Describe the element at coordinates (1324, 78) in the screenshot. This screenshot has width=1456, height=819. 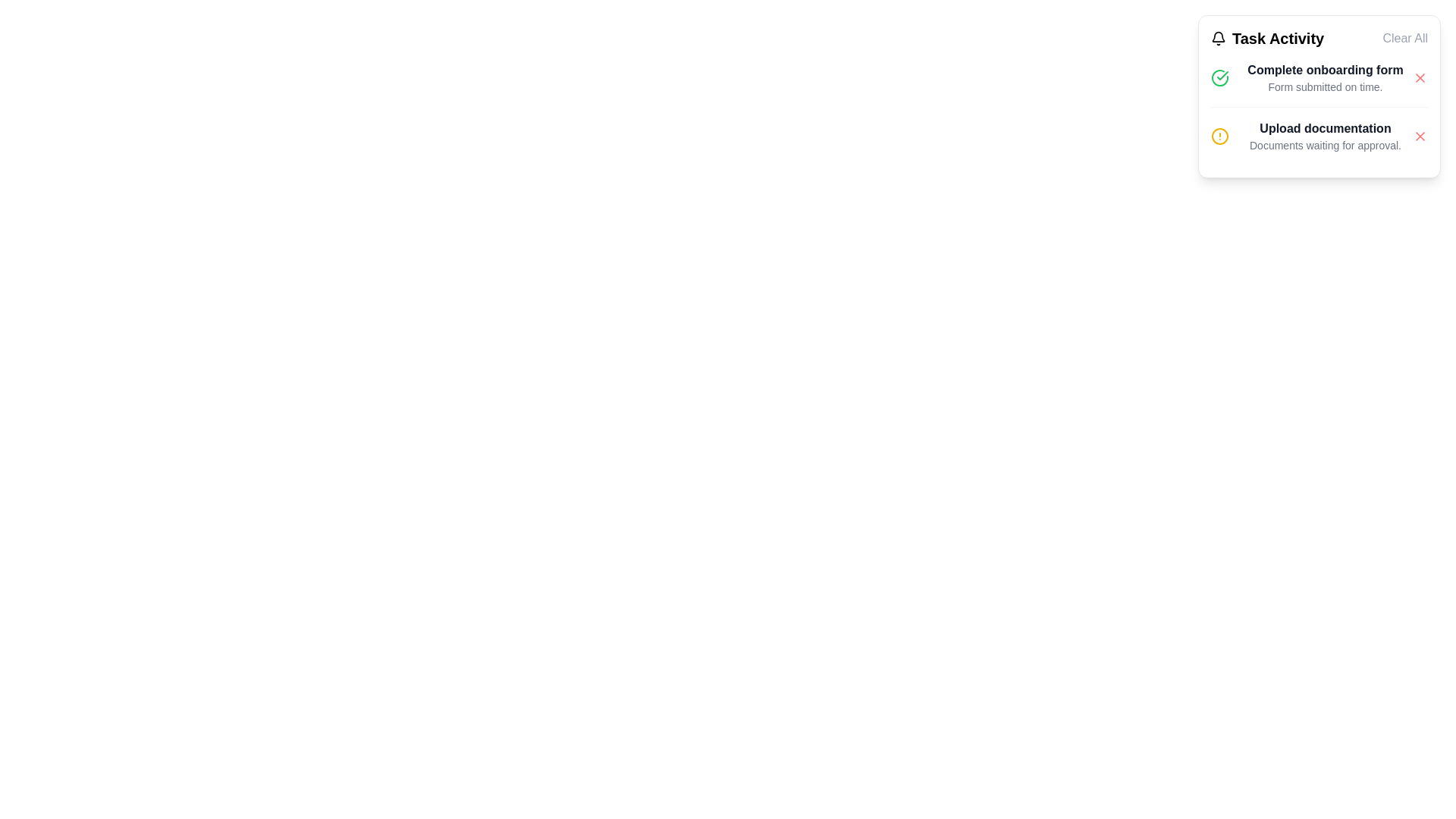
I see `text from the top item in the 'Task Activity' card, which contains the bold text 'Complete onboarding form.' and the subtitle 'Form submitted on time.'` at that location.